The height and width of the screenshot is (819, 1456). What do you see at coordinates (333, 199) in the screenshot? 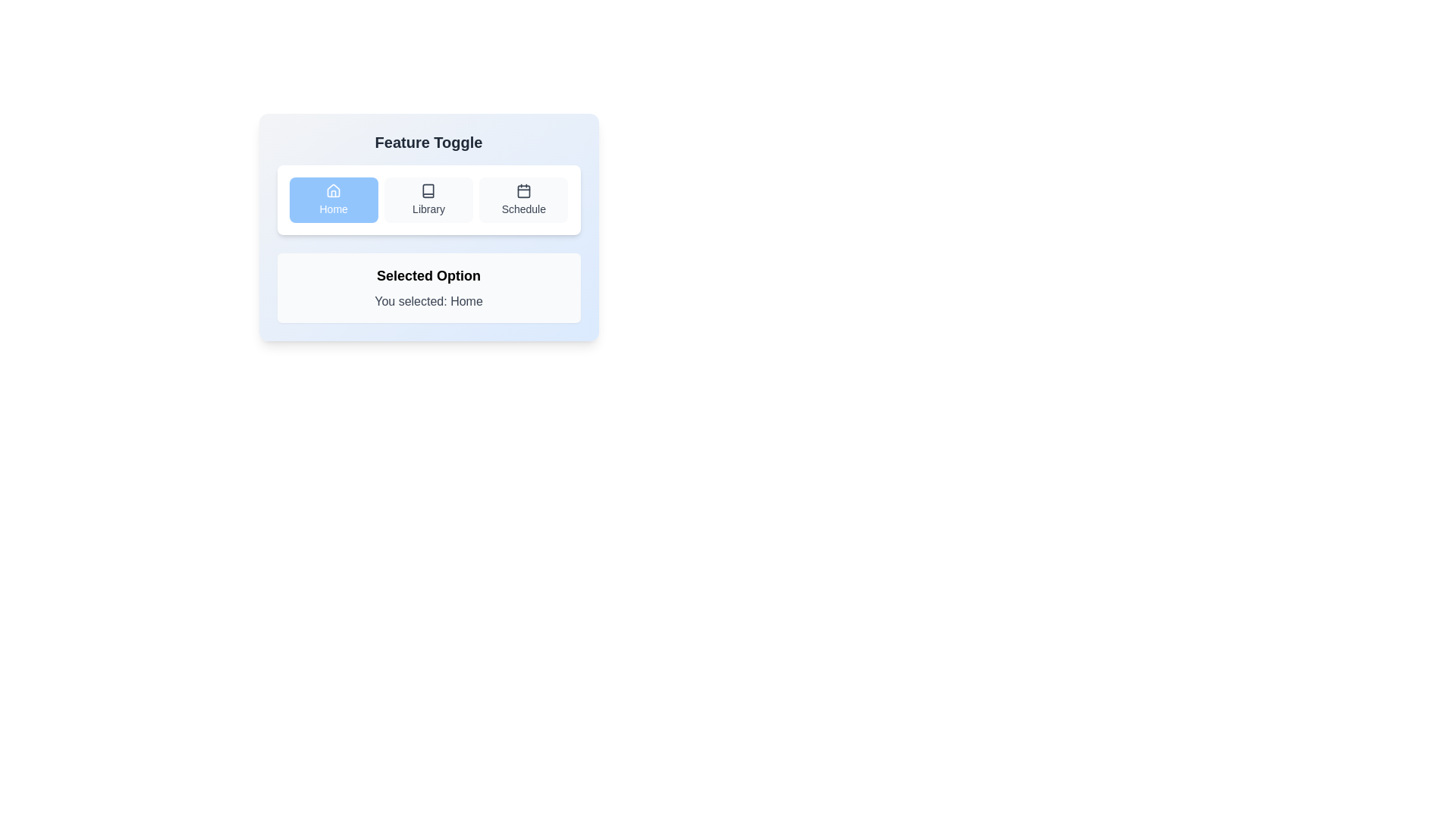
I see `the 'Home' button with a light blue background and white text` at bounding box center [333, 199].